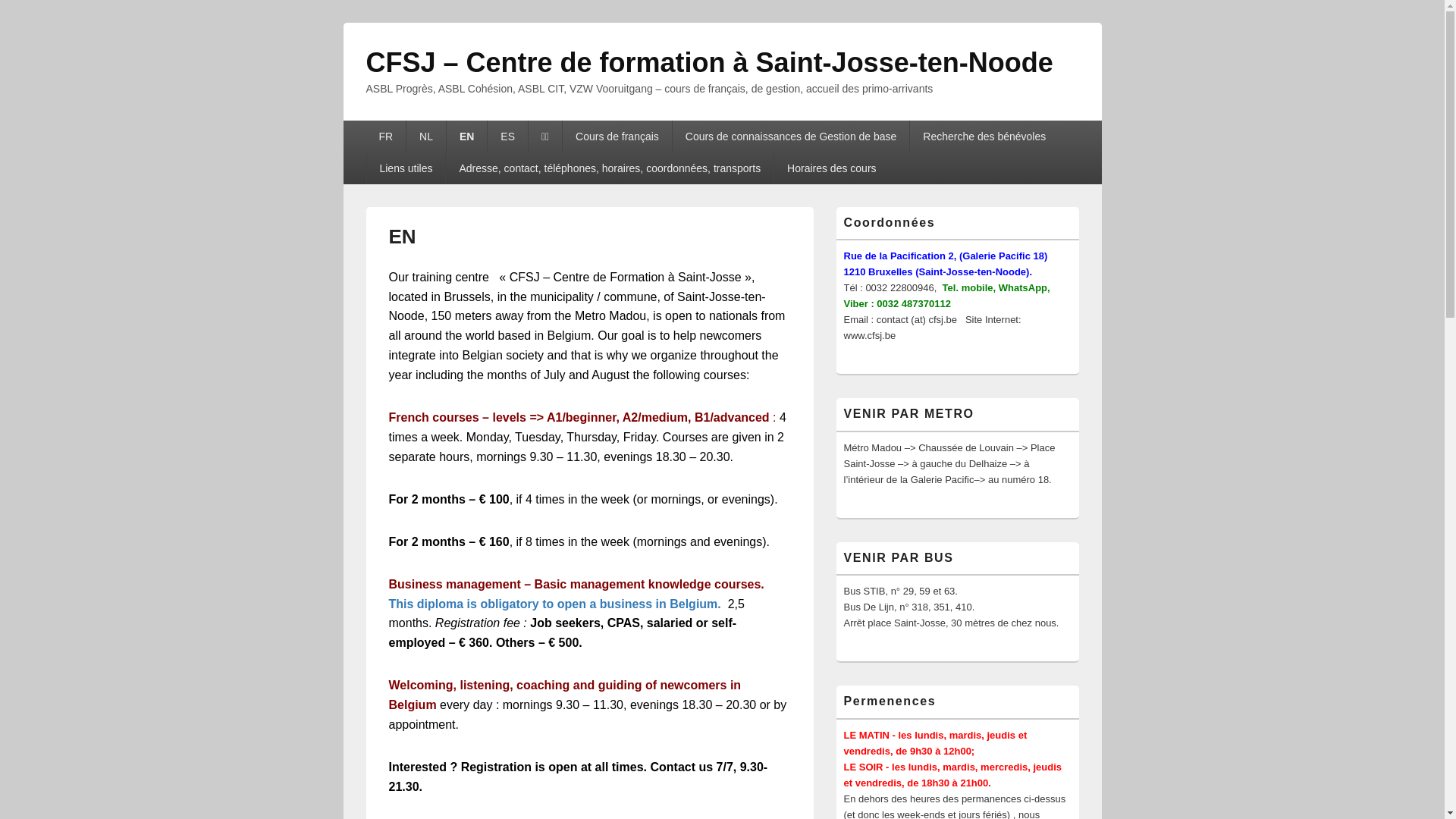  Describe the element at coordinates (937, 271) in the screenshot. I see `'1210 Bruxelles (Saint-Josse-ten-Noode).'` at that location.